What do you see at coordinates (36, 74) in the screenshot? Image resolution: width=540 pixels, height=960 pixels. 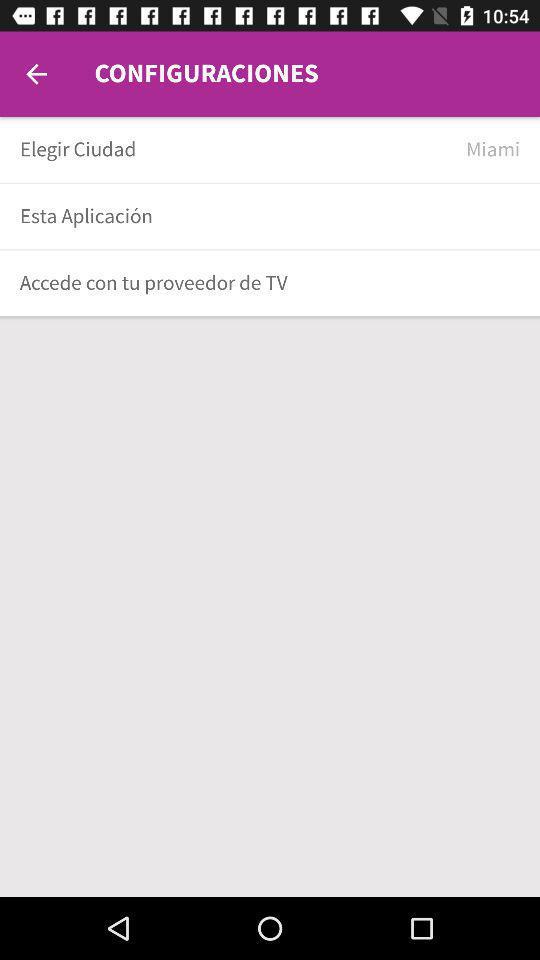 I see `return to previous` at bounding box center [36, 74].